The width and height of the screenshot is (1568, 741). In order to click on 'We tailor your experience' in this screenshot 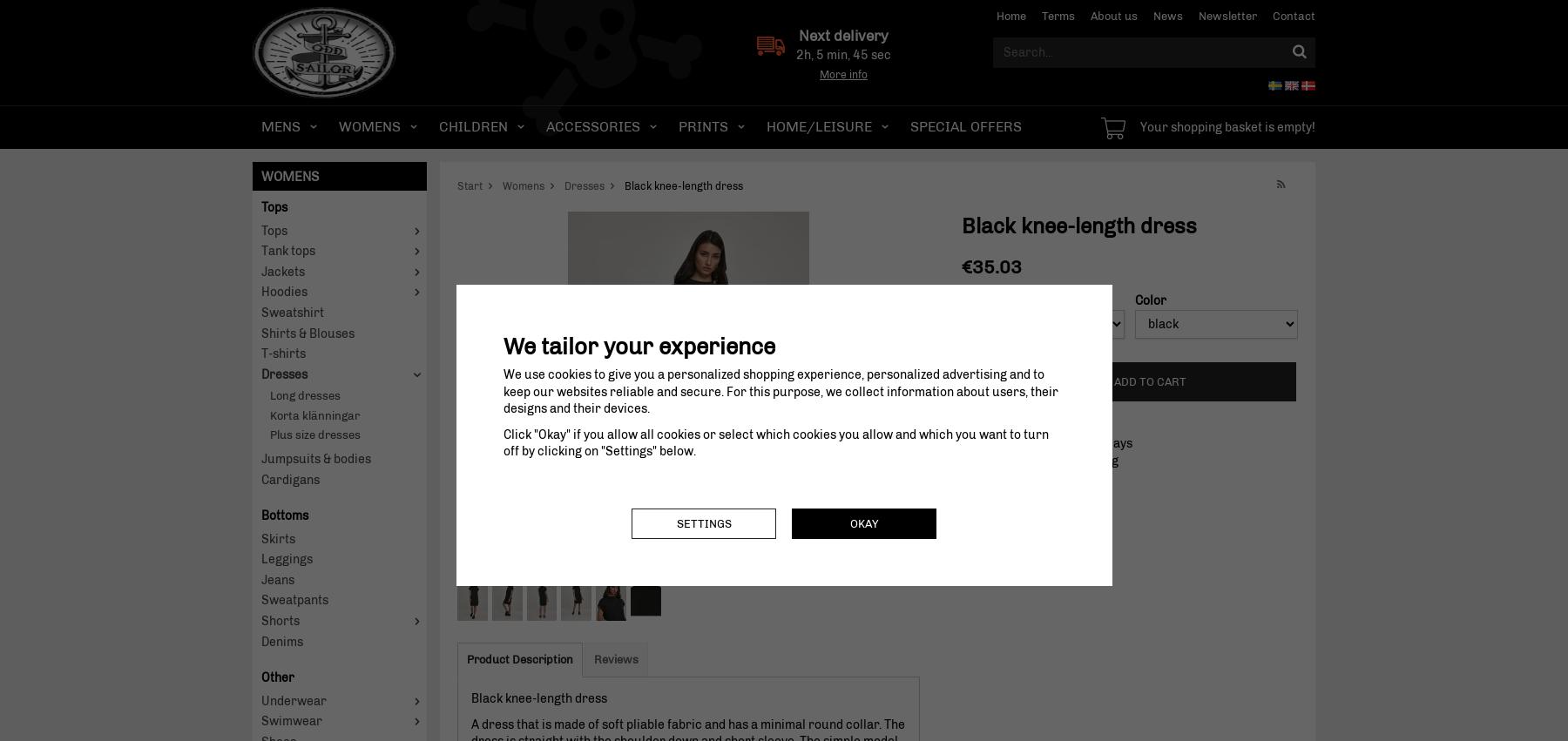, I will do `click(637, 346)`.